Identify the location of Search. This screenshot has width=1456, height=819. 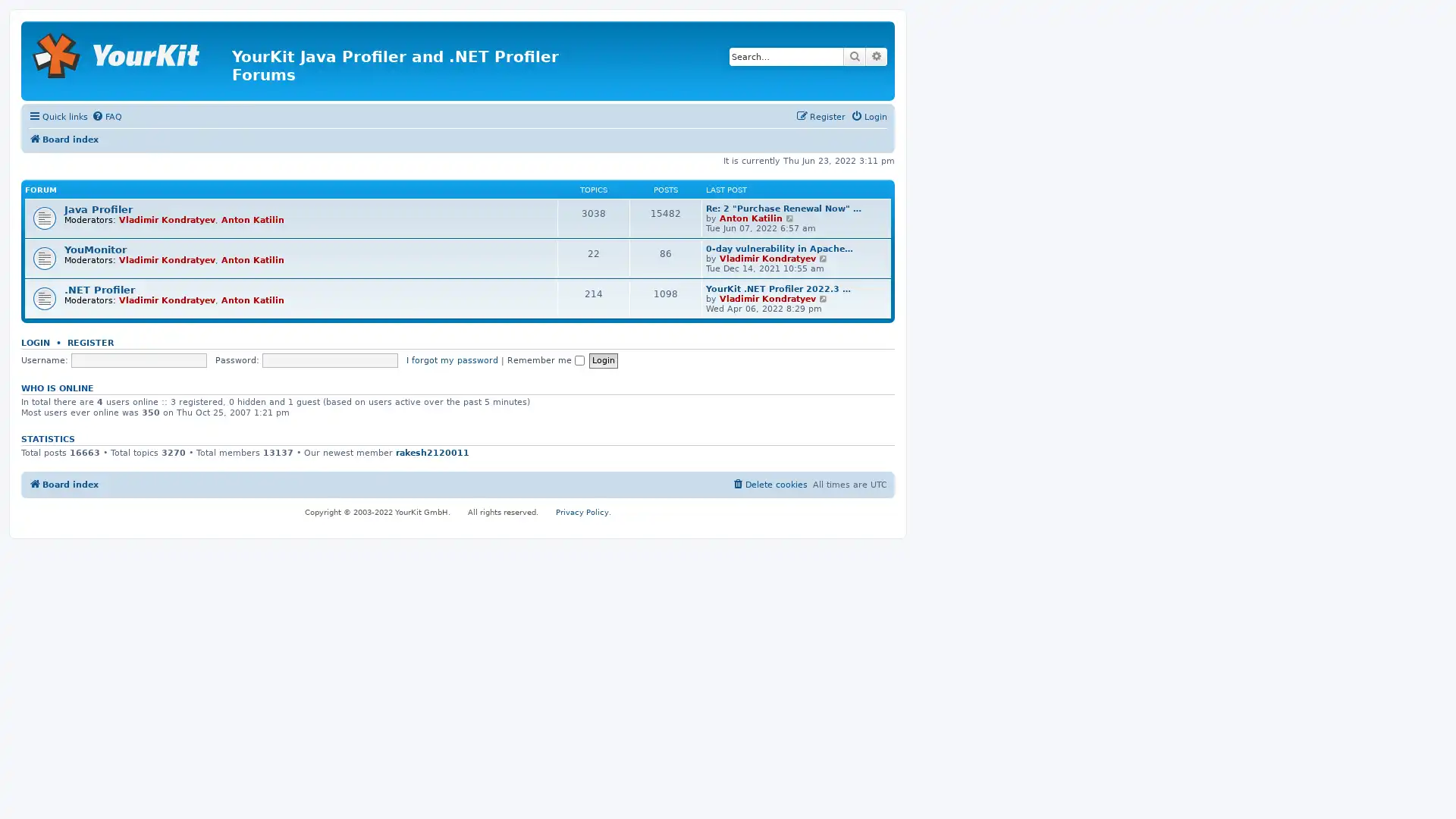
(855, 55).